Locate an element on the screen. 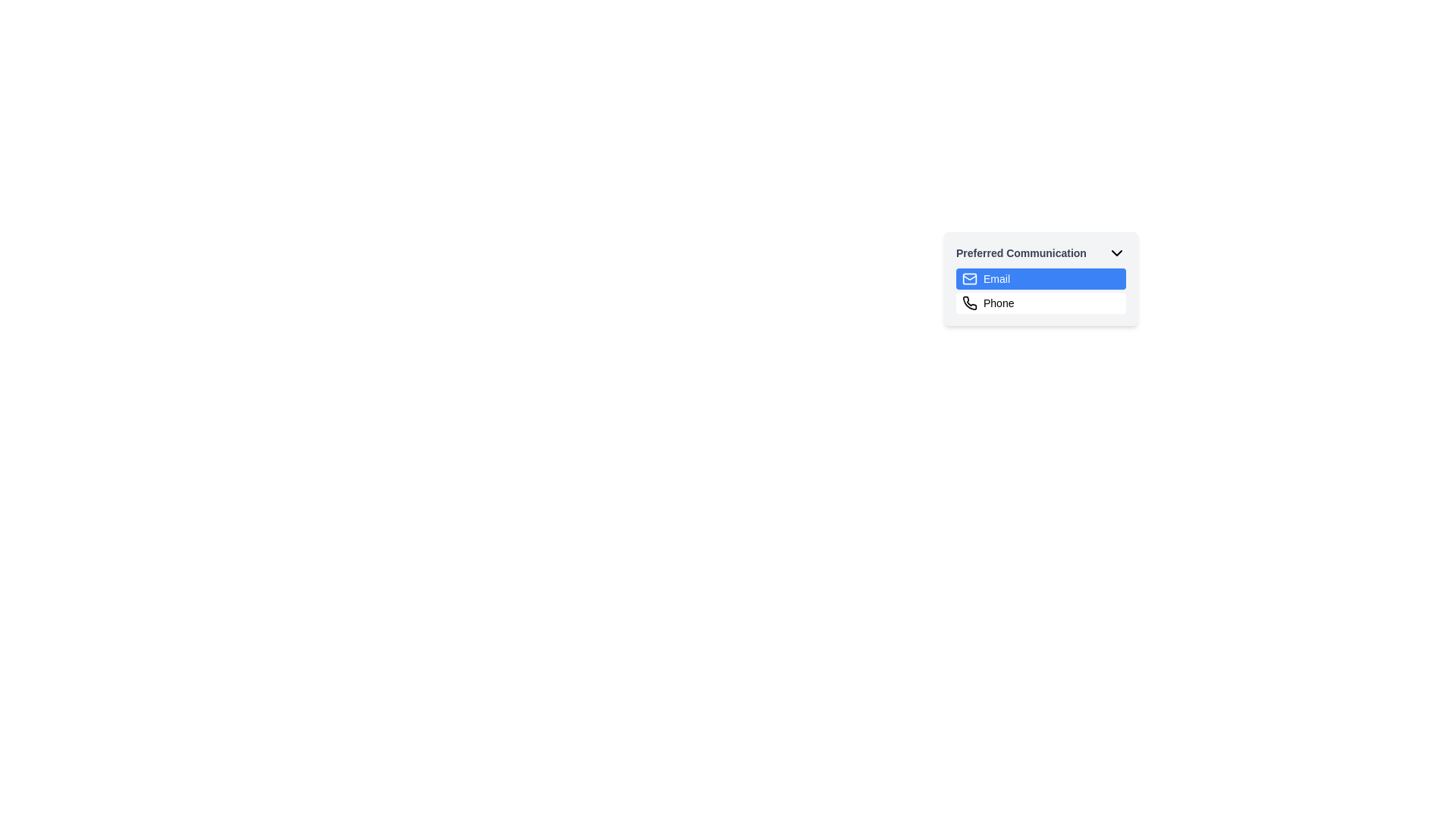 The width and height of the screenshot is (1456, 819). the 'Preferred Communication' dropdown menu label with a chevron is located at coordinates (1040, 253).